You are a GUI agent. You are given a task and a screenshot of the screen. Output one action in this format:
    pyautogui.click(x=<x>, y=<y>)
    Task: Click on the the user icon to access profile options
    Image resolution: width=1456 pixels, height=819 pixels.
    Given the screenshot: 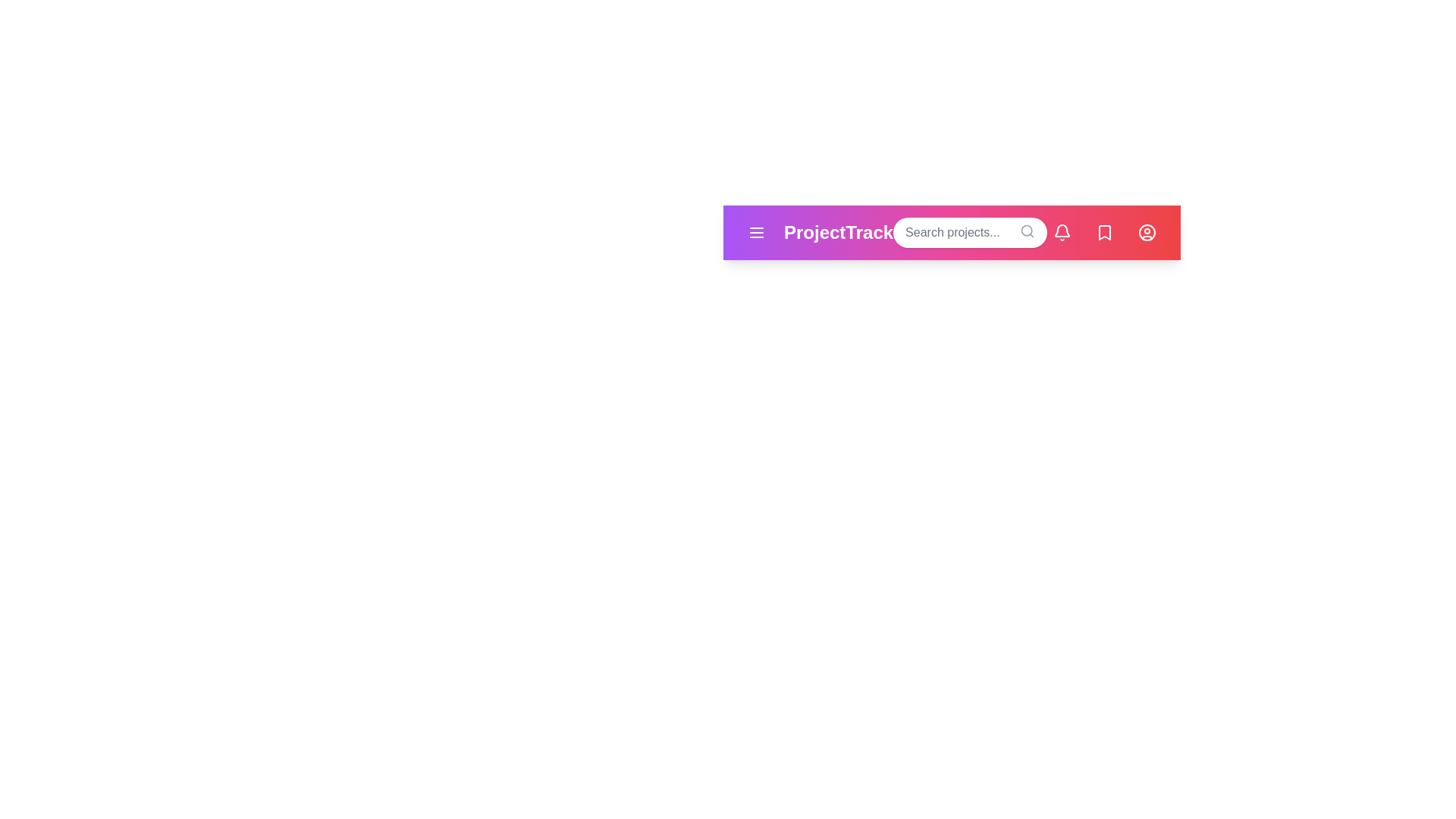 What is the action you would take?
    pyautogui.click(x=1147, y=233)
    